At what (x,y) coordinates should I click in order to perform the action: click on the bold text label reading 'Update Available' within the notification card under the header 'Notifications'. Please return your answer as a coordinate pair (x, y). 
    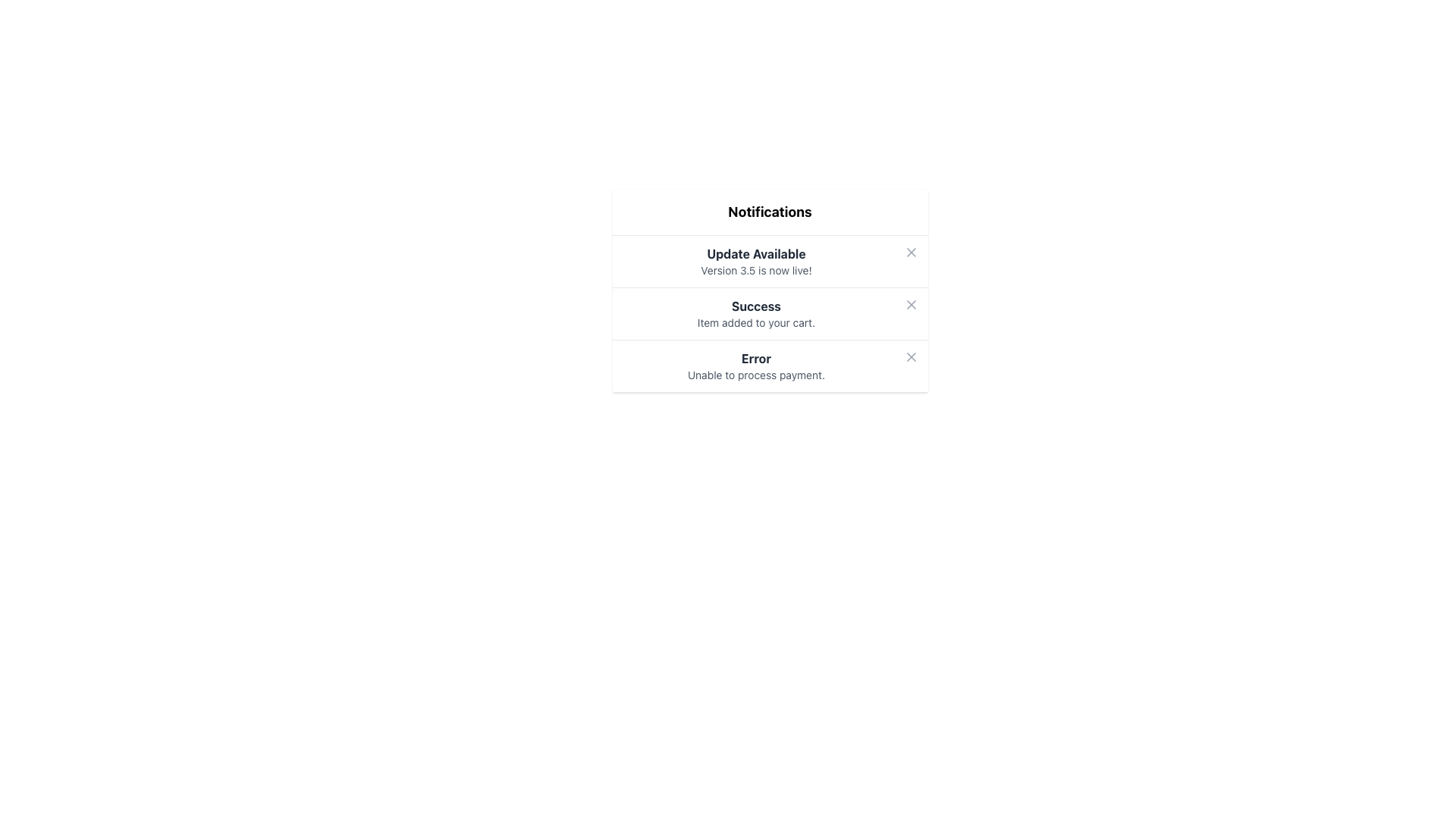
    Looking at the image, I should click on (756, 253).